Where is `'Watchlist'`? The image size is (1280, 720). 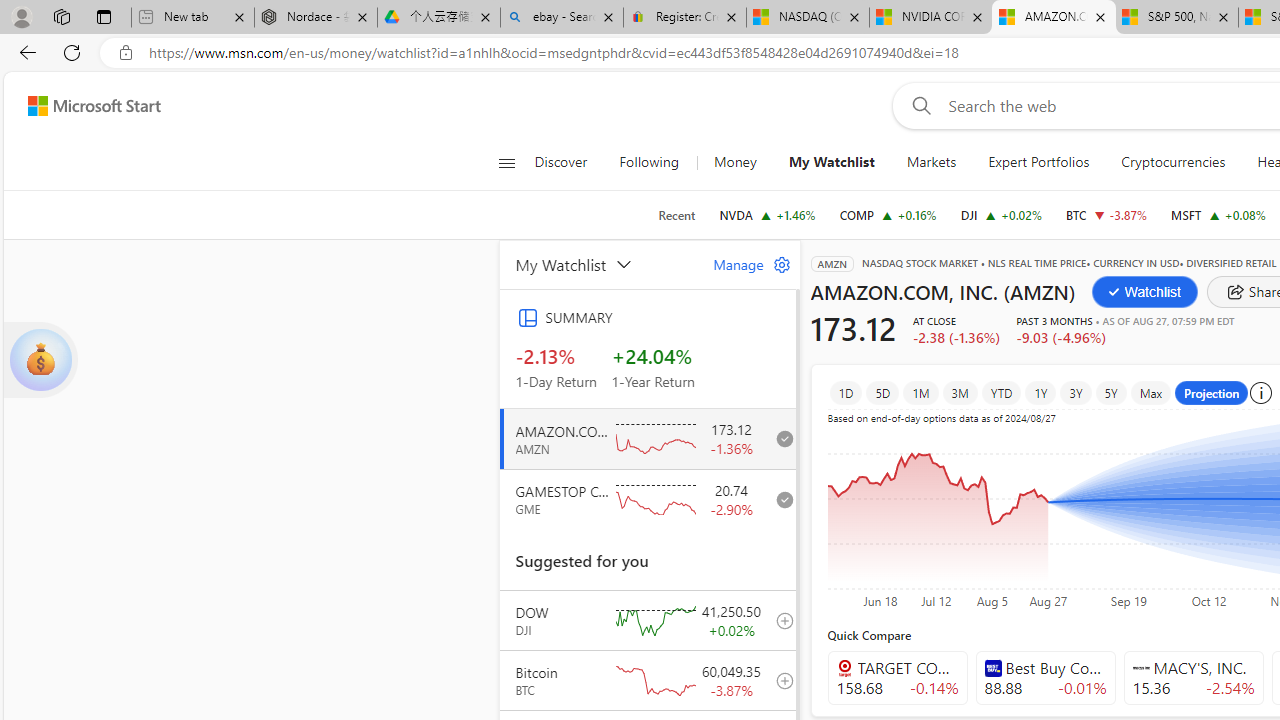 'Watchlist' is located at coordinates (1144, 291).